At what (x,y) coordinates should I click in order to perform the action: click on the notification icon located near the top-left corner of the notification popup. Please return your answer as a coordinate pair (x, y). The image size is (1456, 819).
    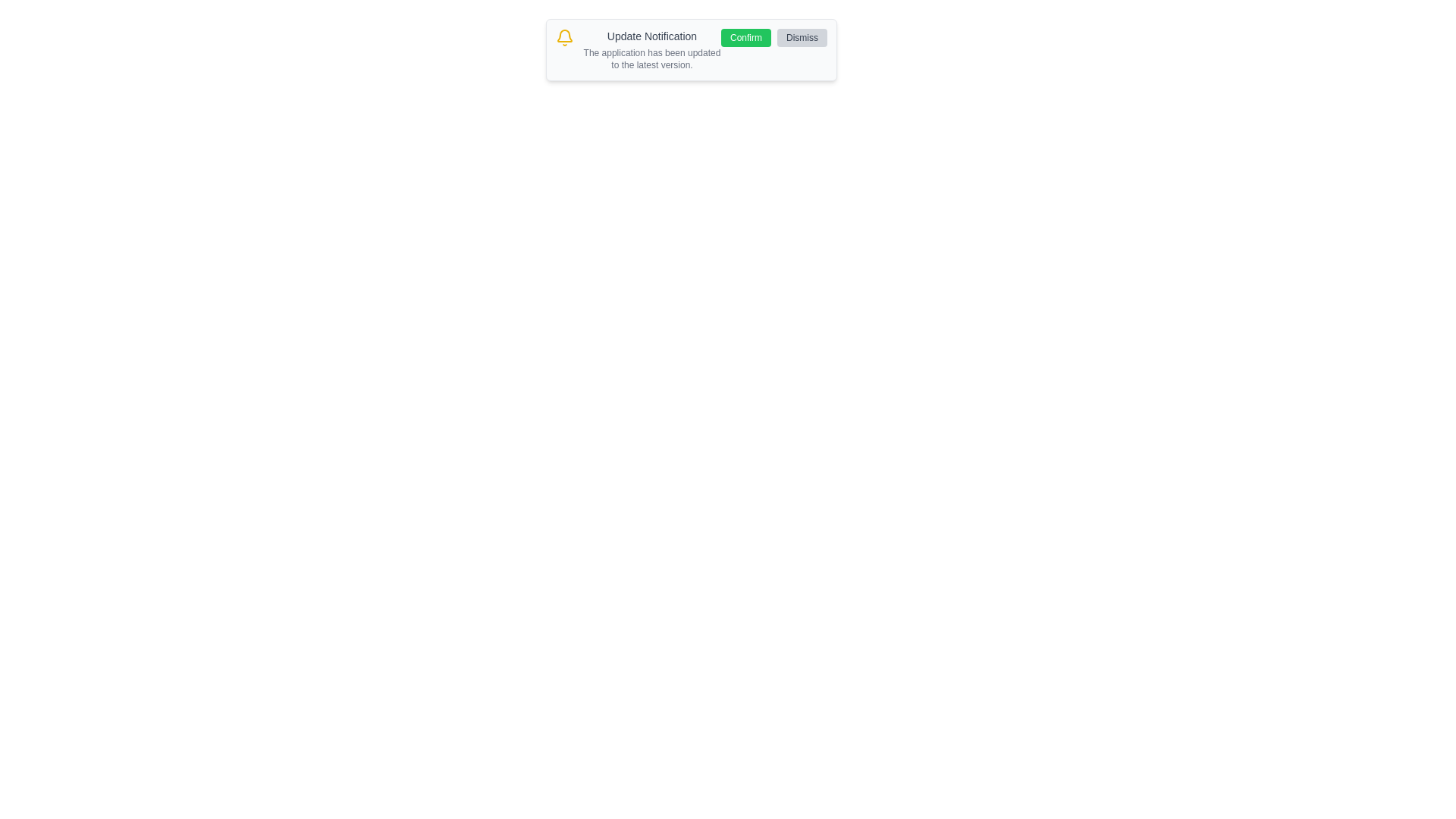
    Looking at the image, I should click on (563, 35).